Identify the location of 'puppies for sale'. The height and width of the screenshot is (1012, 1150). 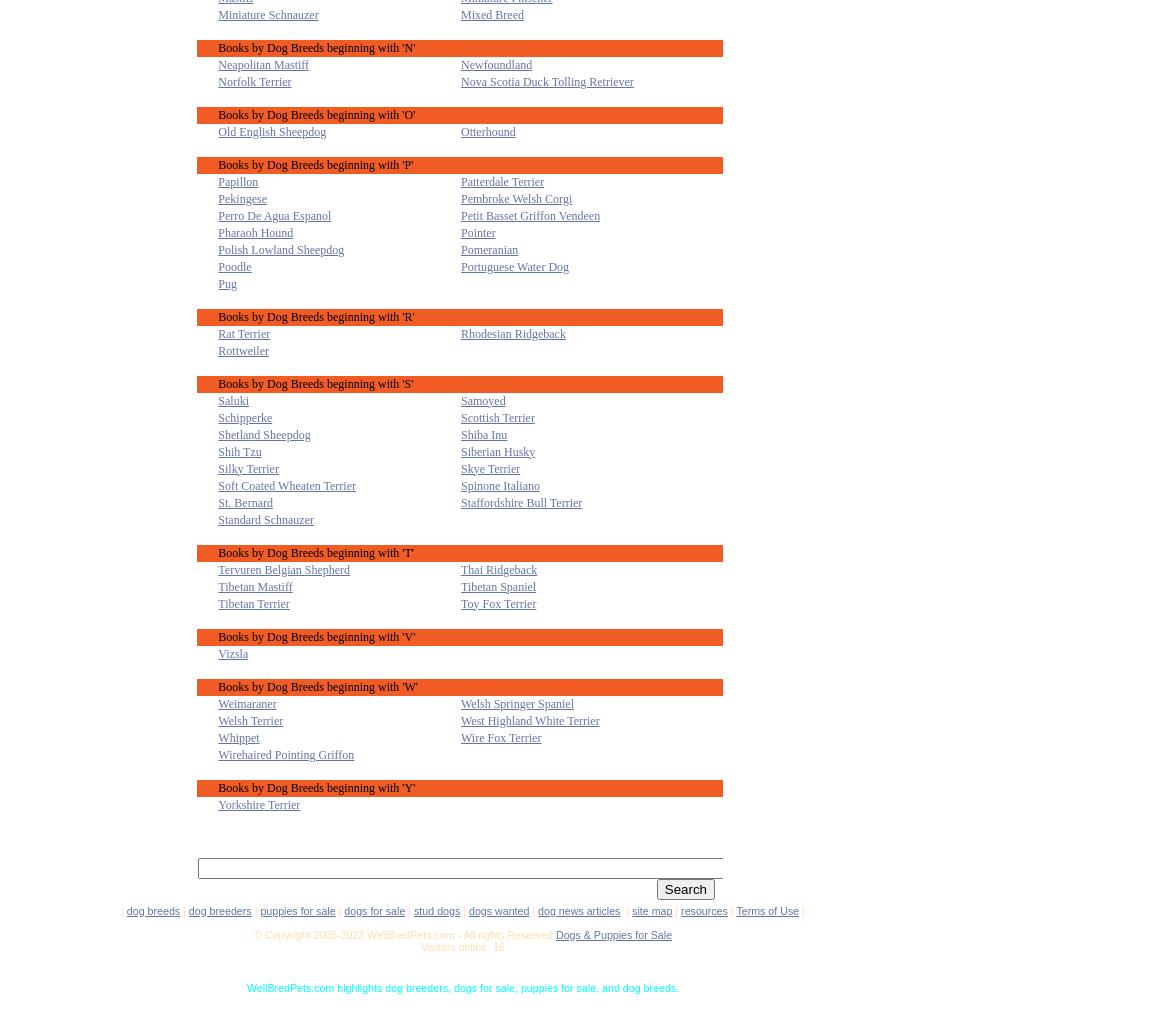
(297, 909).